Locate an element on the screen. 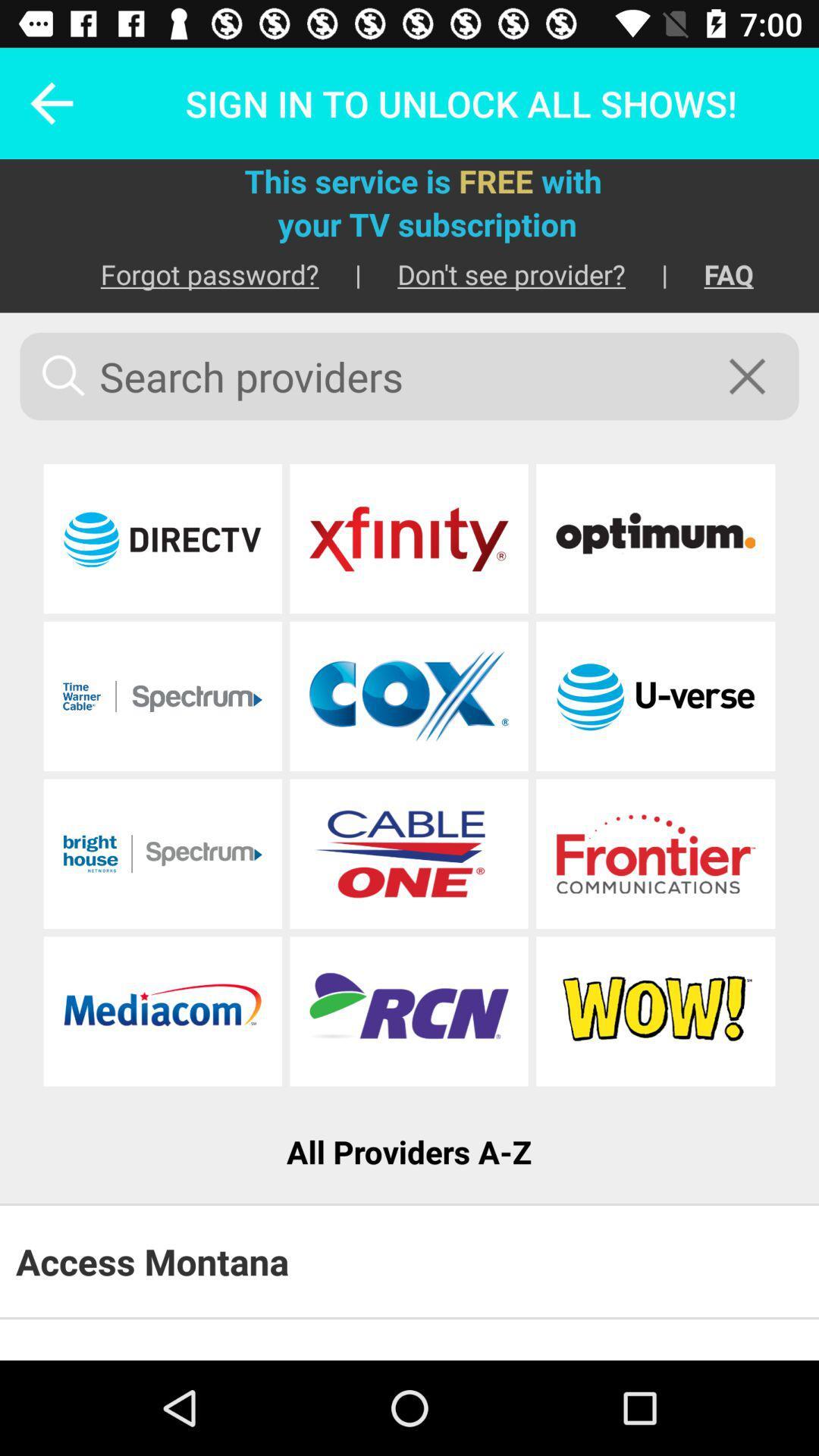 The height and width of the screenshot is (1456, 819). item below the your tv subscription item is located at coordinates (191, 274).